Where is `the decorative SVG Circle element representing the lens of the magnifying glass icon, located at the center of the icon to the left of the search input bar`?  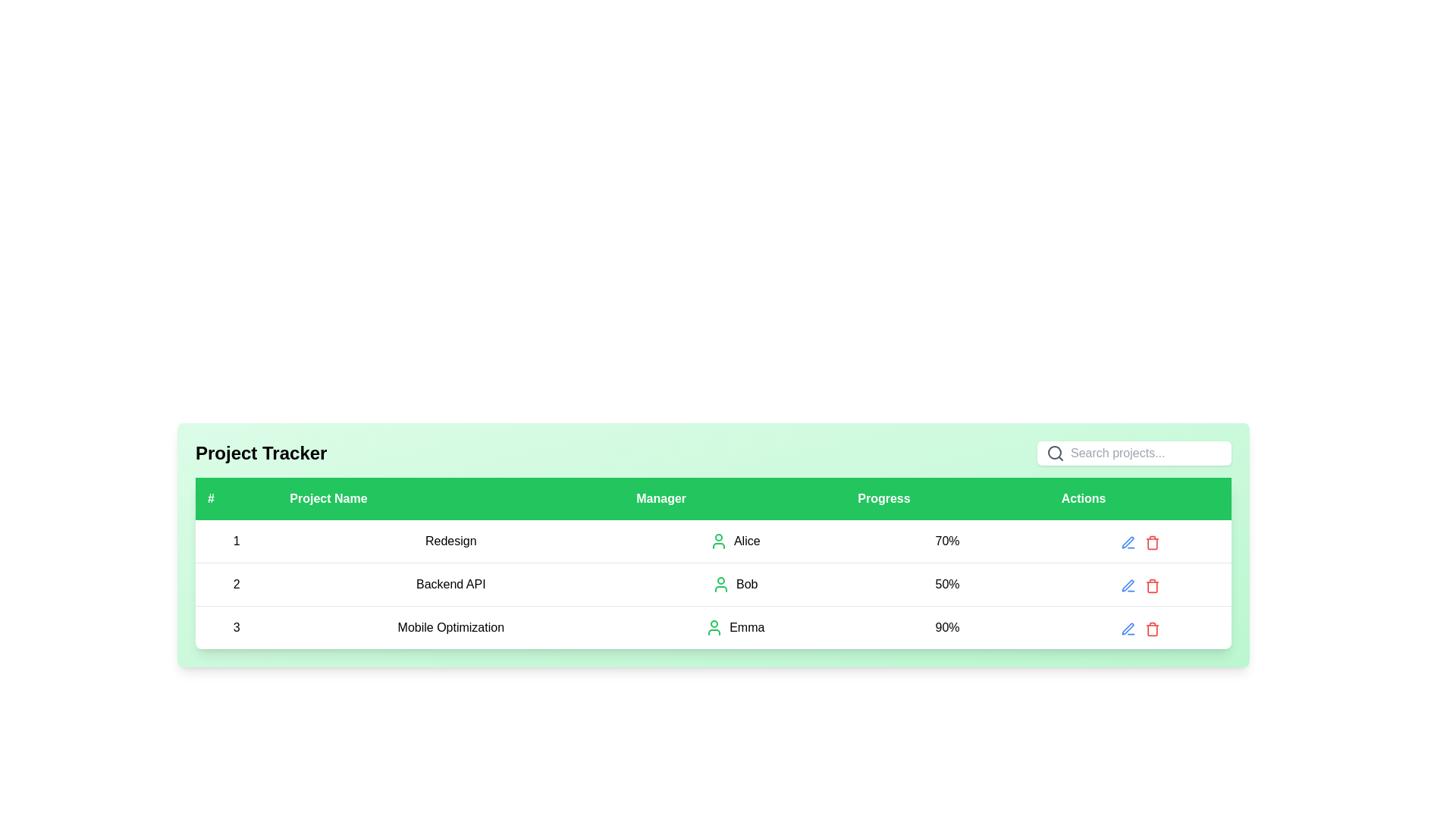 the decorative SVG Circle element representing the lens of the magnifying glass icon, located at the center of the icon to the left of the search input bar is located at coordinates (1054, 452).